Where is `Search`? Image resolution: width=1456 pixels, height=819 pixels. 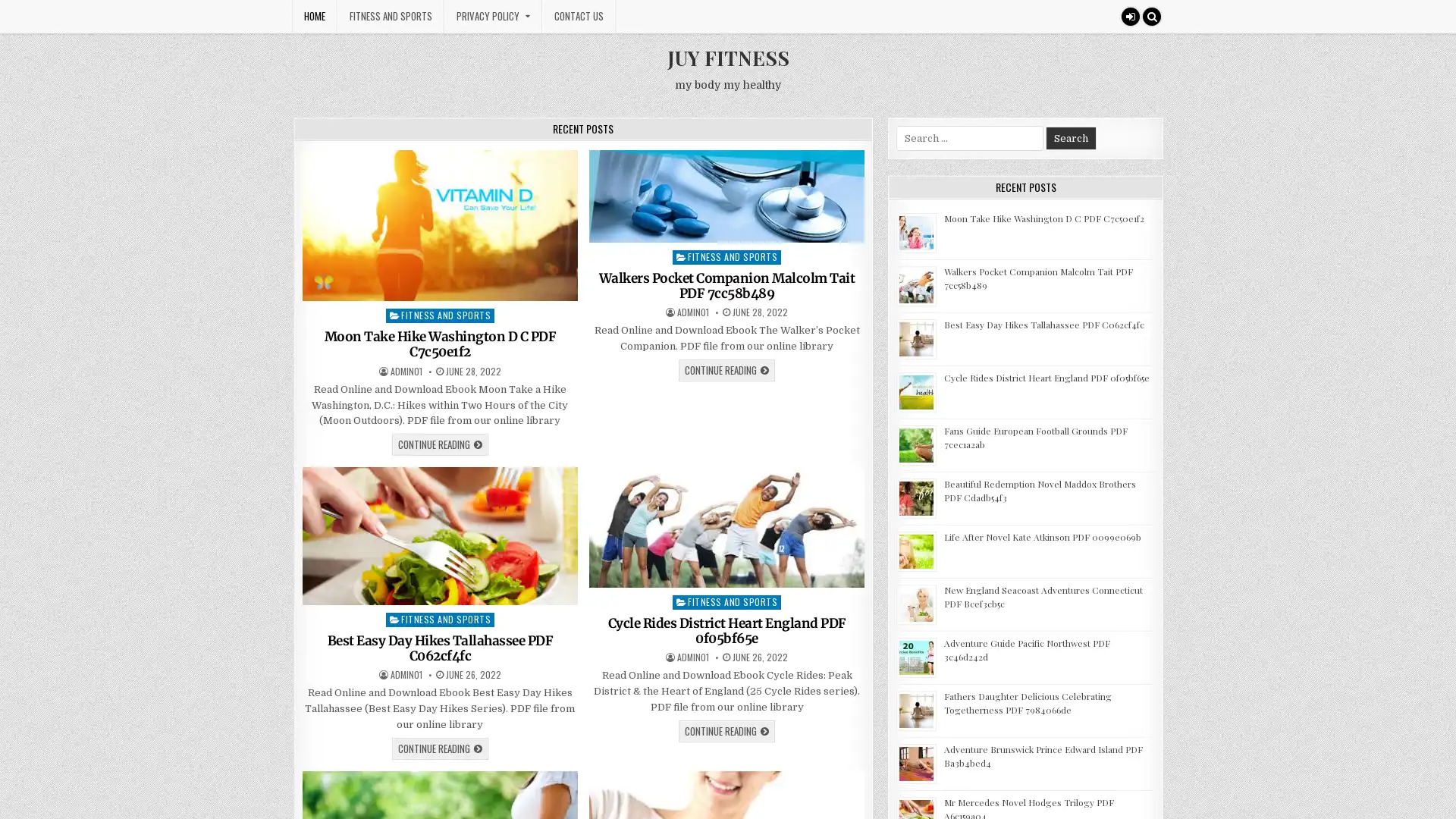
Search is located at coordinates (1070, 138).